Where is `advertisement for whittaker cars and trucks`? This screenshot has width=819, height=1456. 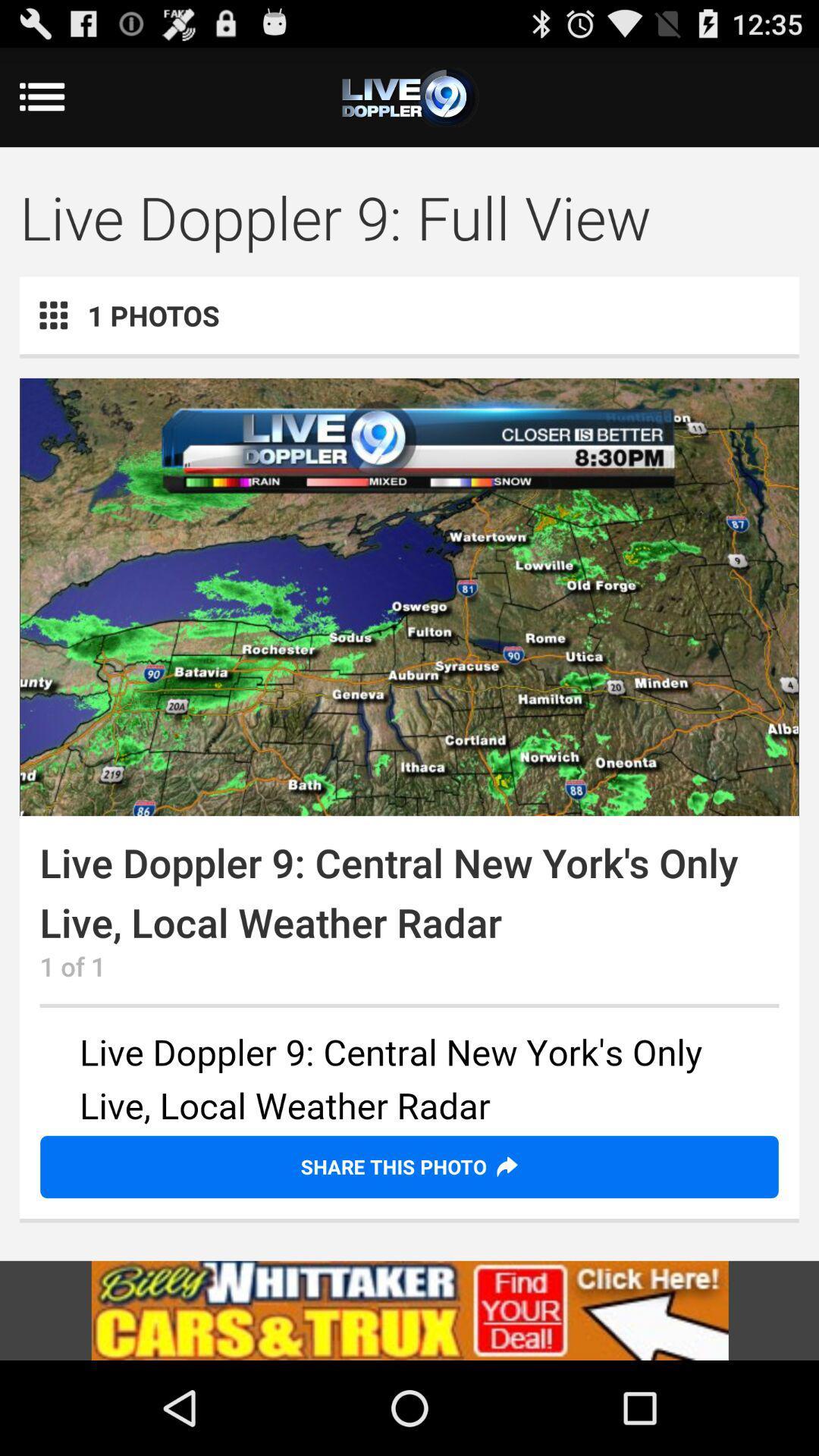 advertisement for whittaker cars and trucks is located at coordinates (409, 1310).